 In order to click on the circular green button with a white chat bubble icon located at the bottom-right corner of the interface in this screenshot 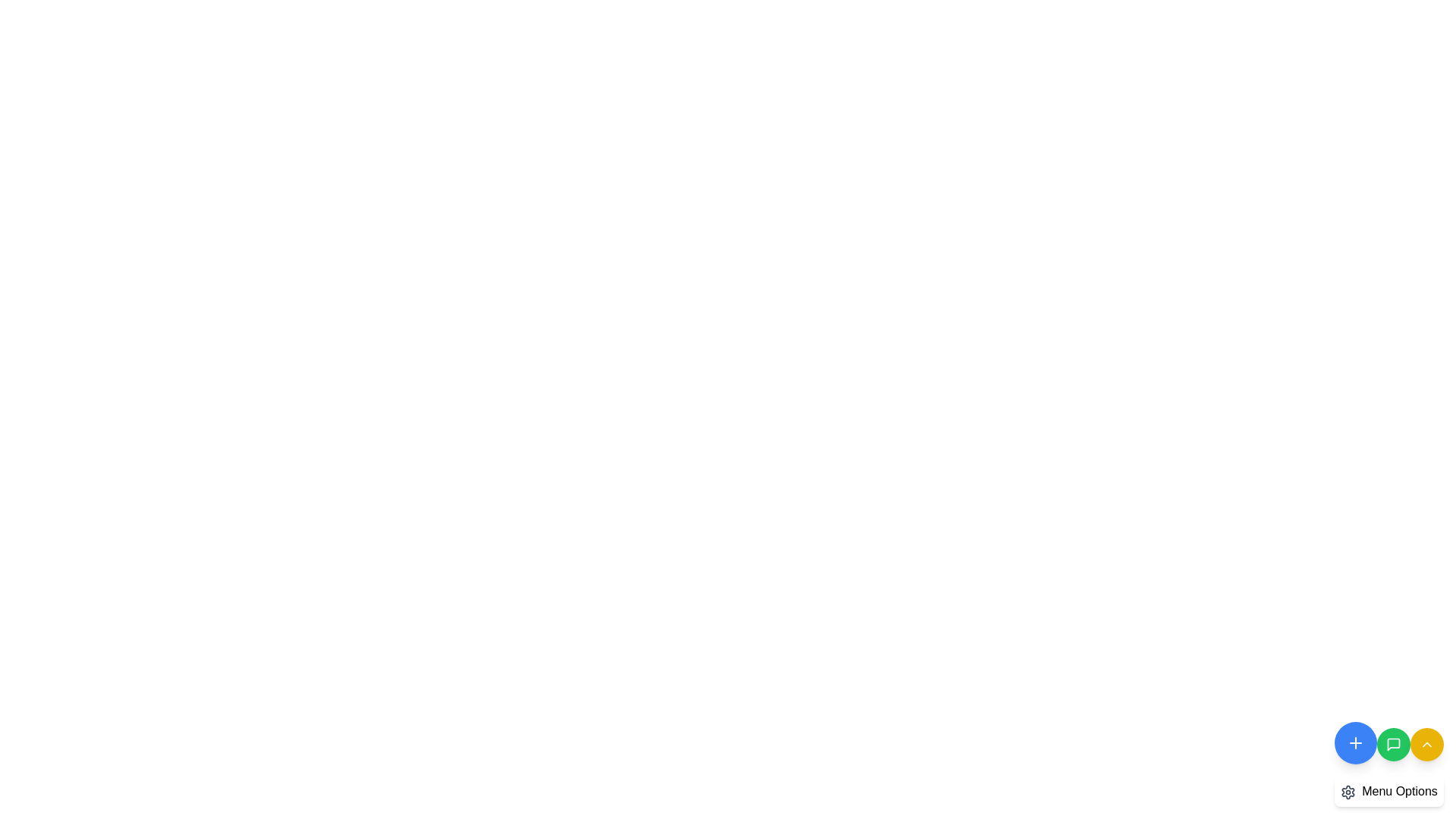, I will do `click(1394, 744)`.